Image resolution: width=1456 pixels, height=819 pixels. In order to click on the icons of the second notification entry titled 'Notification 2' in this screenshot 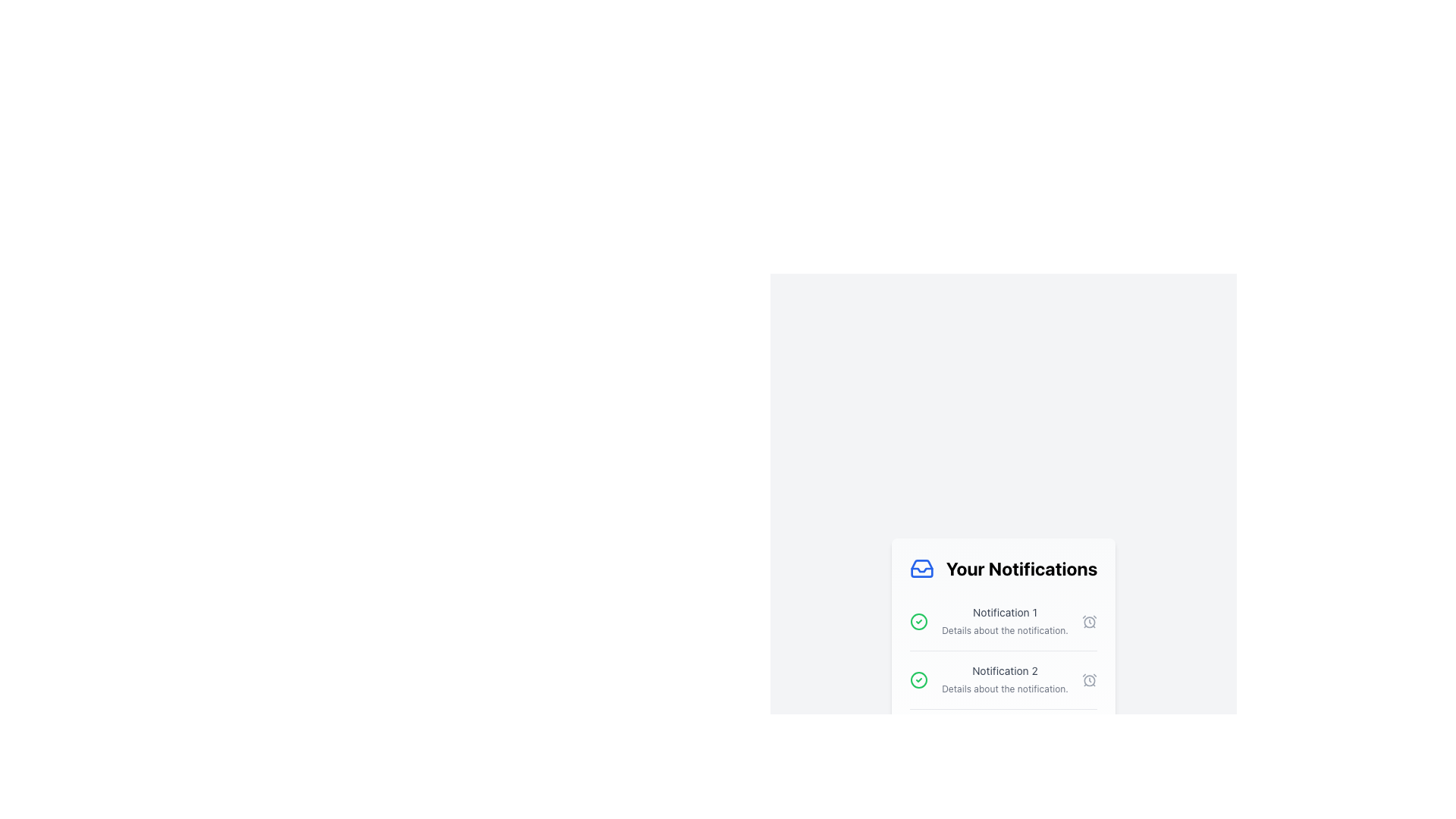, I will do `click(1003, 679)`.